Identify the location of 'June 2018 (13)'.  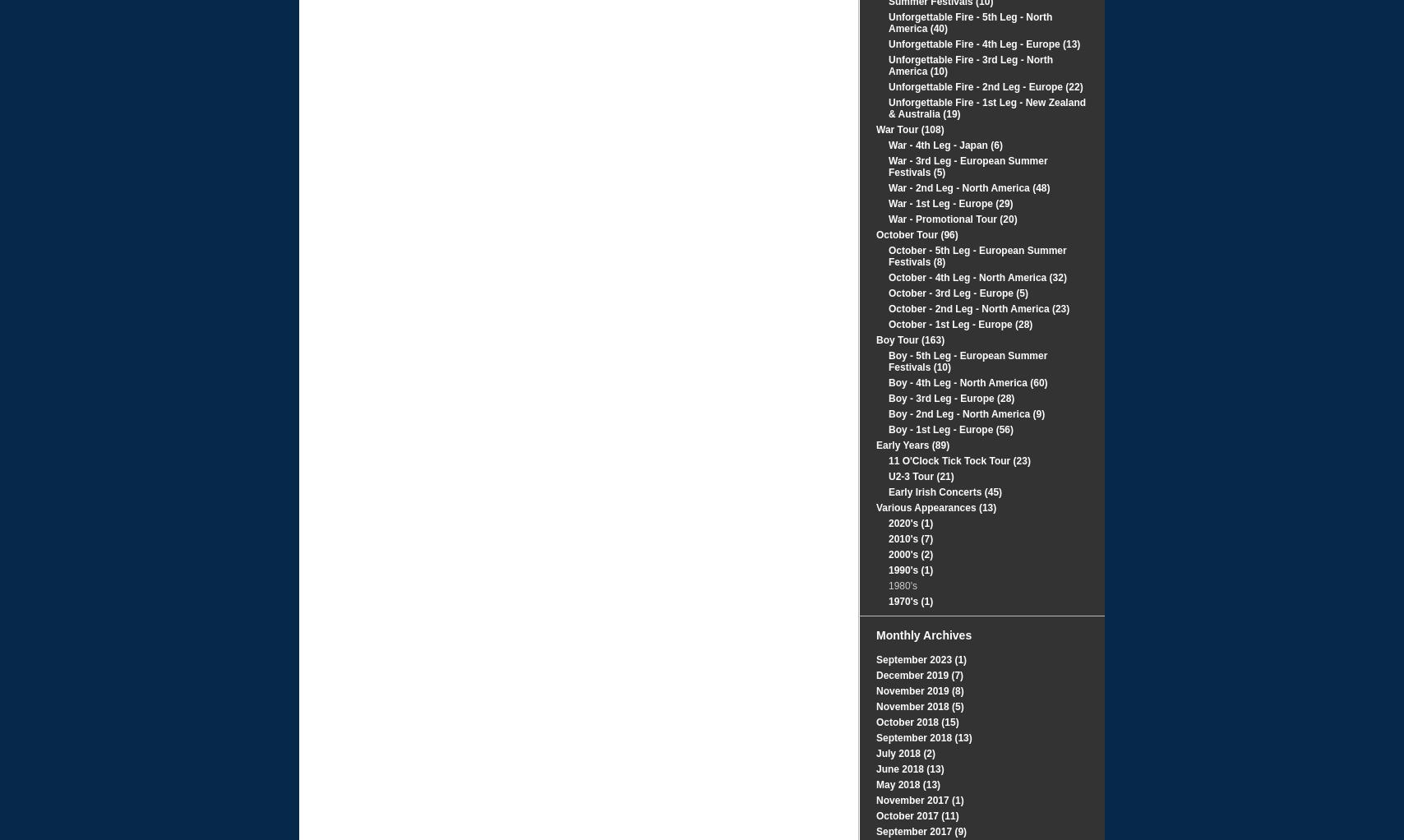
(909, 769).